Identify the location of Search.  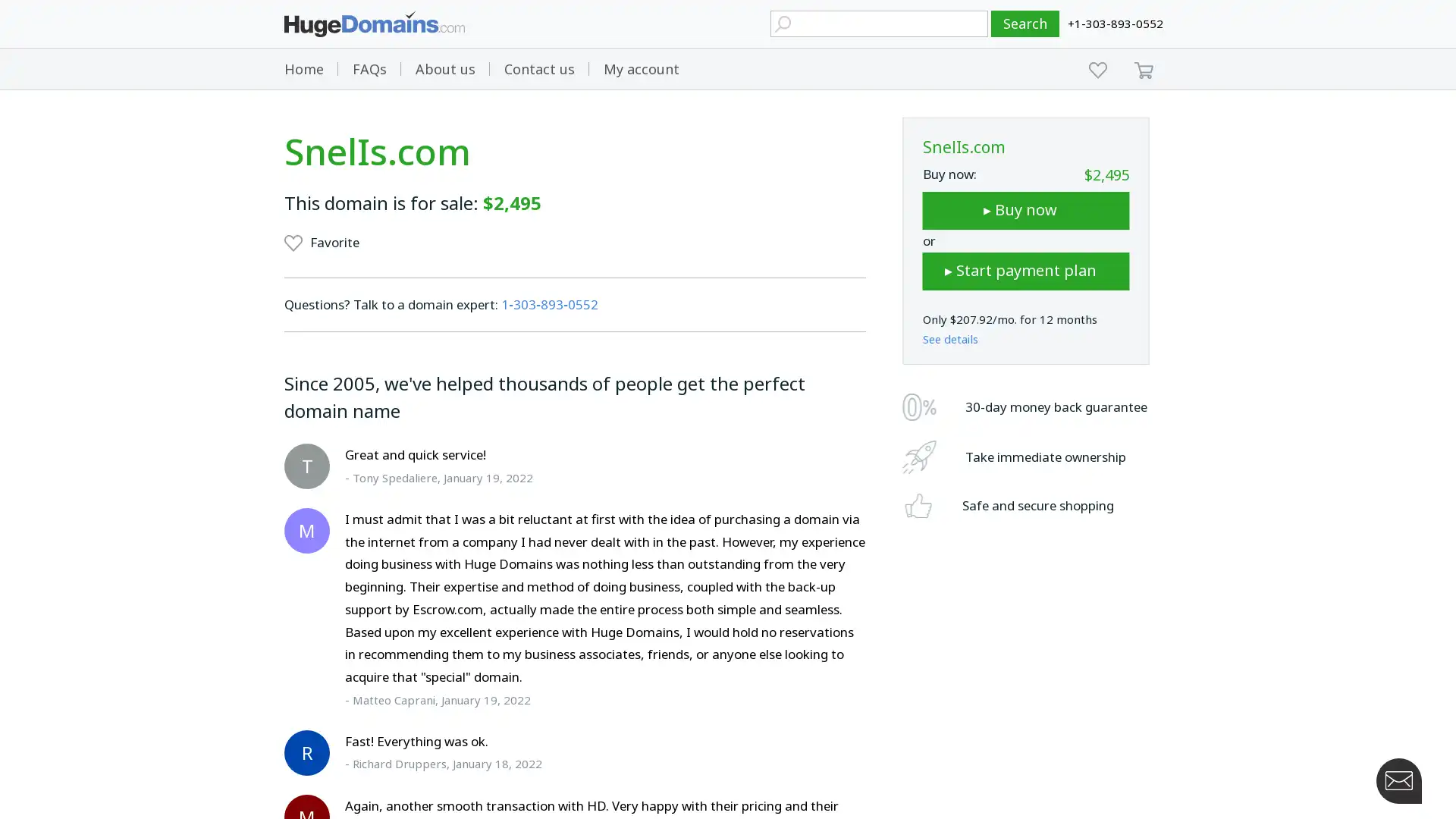
(1025, 24).